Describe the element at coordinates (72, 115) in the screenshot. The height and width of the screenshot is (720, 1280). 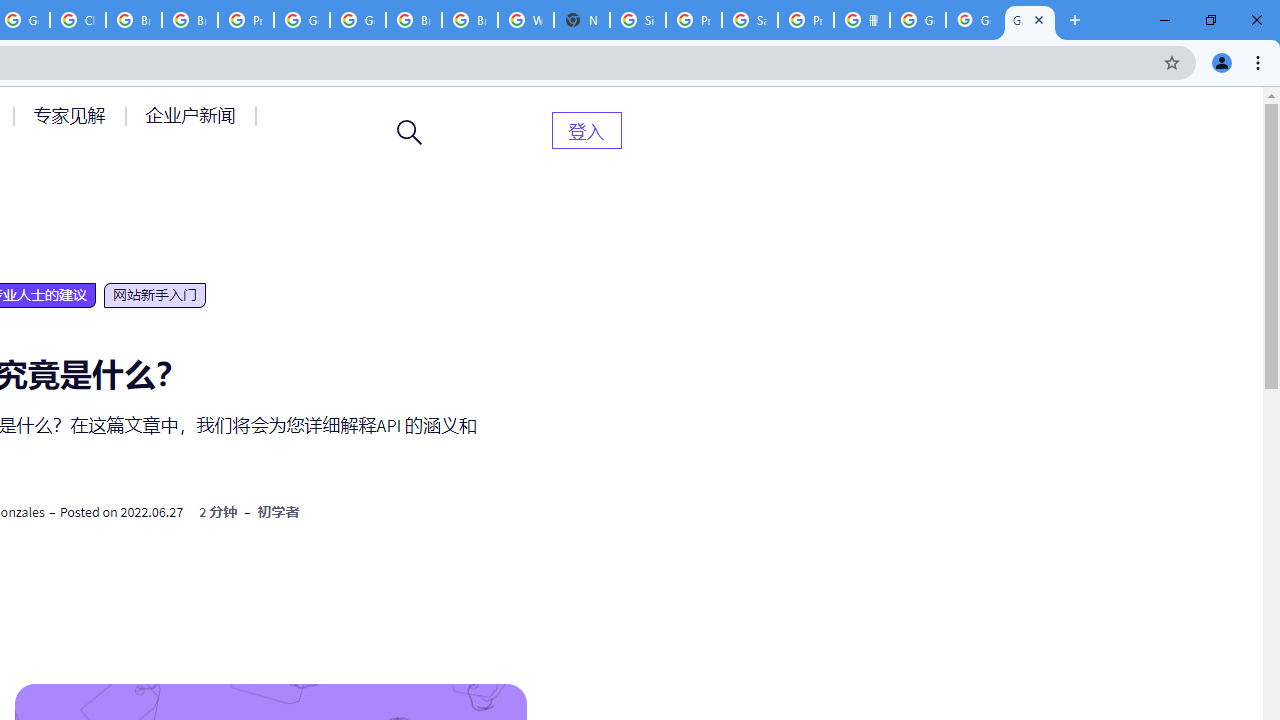
I see `'AutomationID: menu-item-77764'` at that location.